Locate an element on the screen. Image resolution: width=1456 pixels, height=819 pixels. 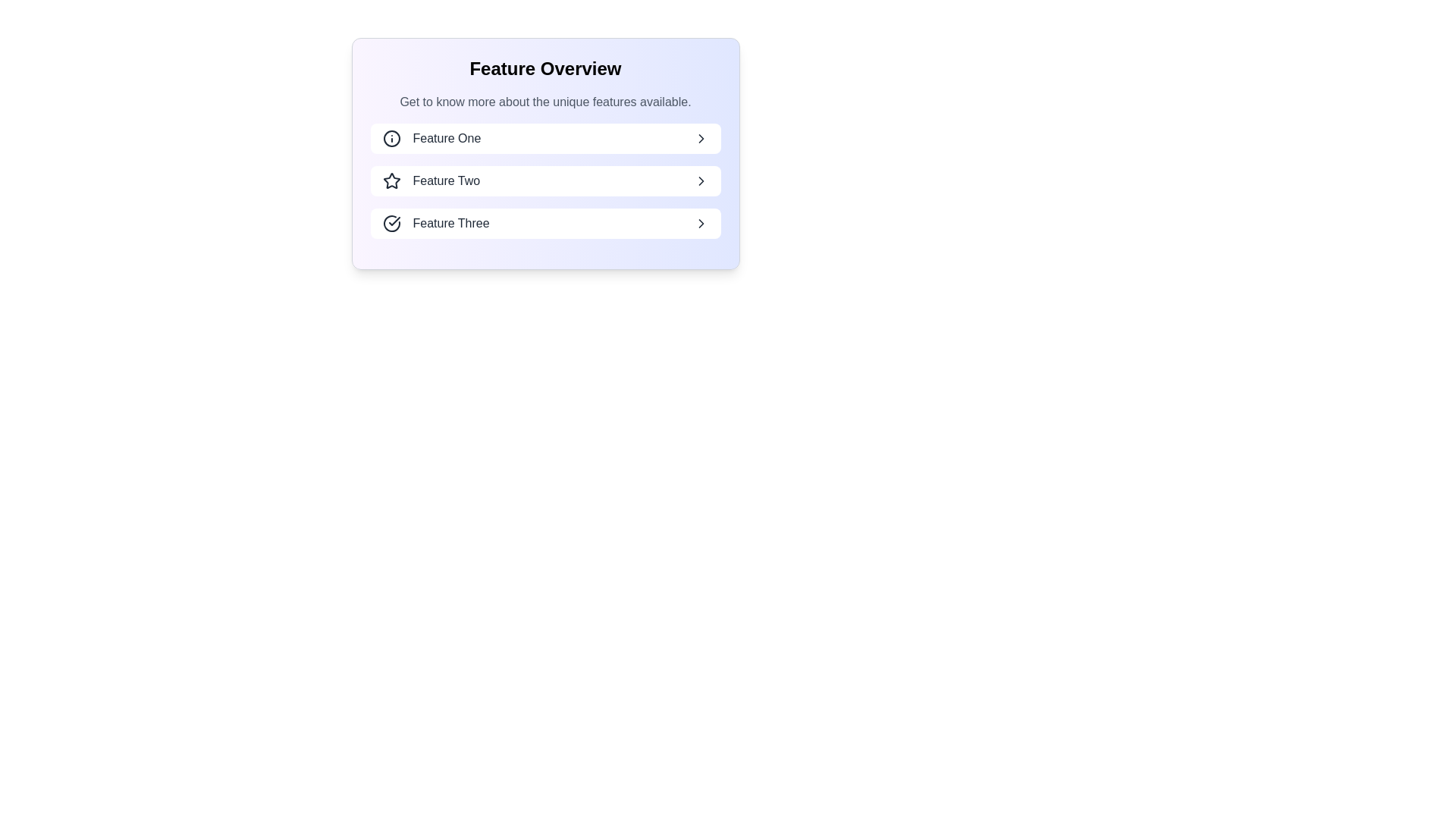
the 'Feature Two' text label, which is the second item in the 'Feature Overview' list is located at coordinates (445, 180).